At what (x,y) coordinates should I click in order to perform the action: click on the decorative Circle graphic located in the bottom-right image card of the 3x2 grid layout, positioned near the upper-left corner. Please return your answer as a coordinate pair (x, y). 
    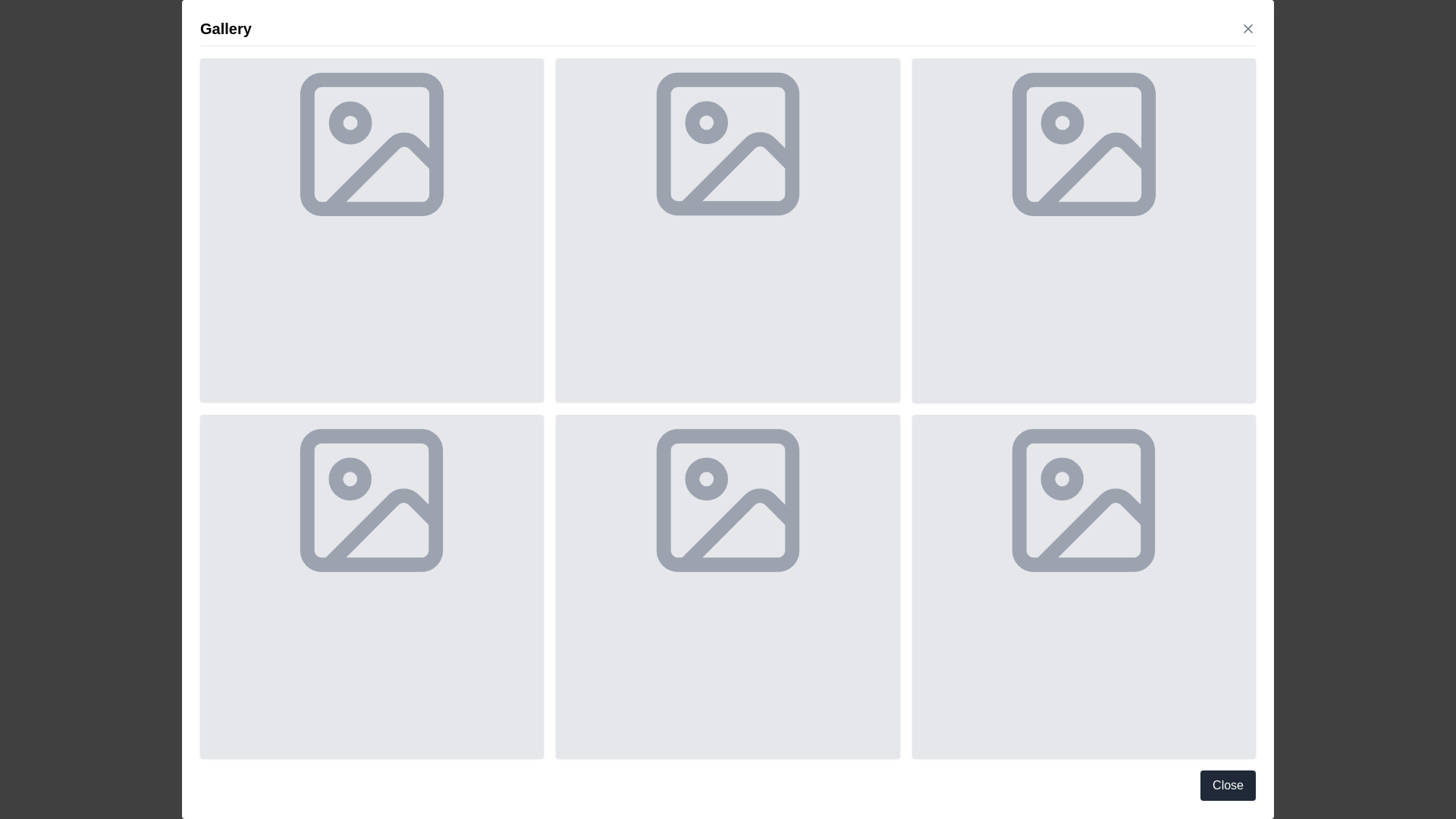
    Looking at the image, I should click on (1062, 479).